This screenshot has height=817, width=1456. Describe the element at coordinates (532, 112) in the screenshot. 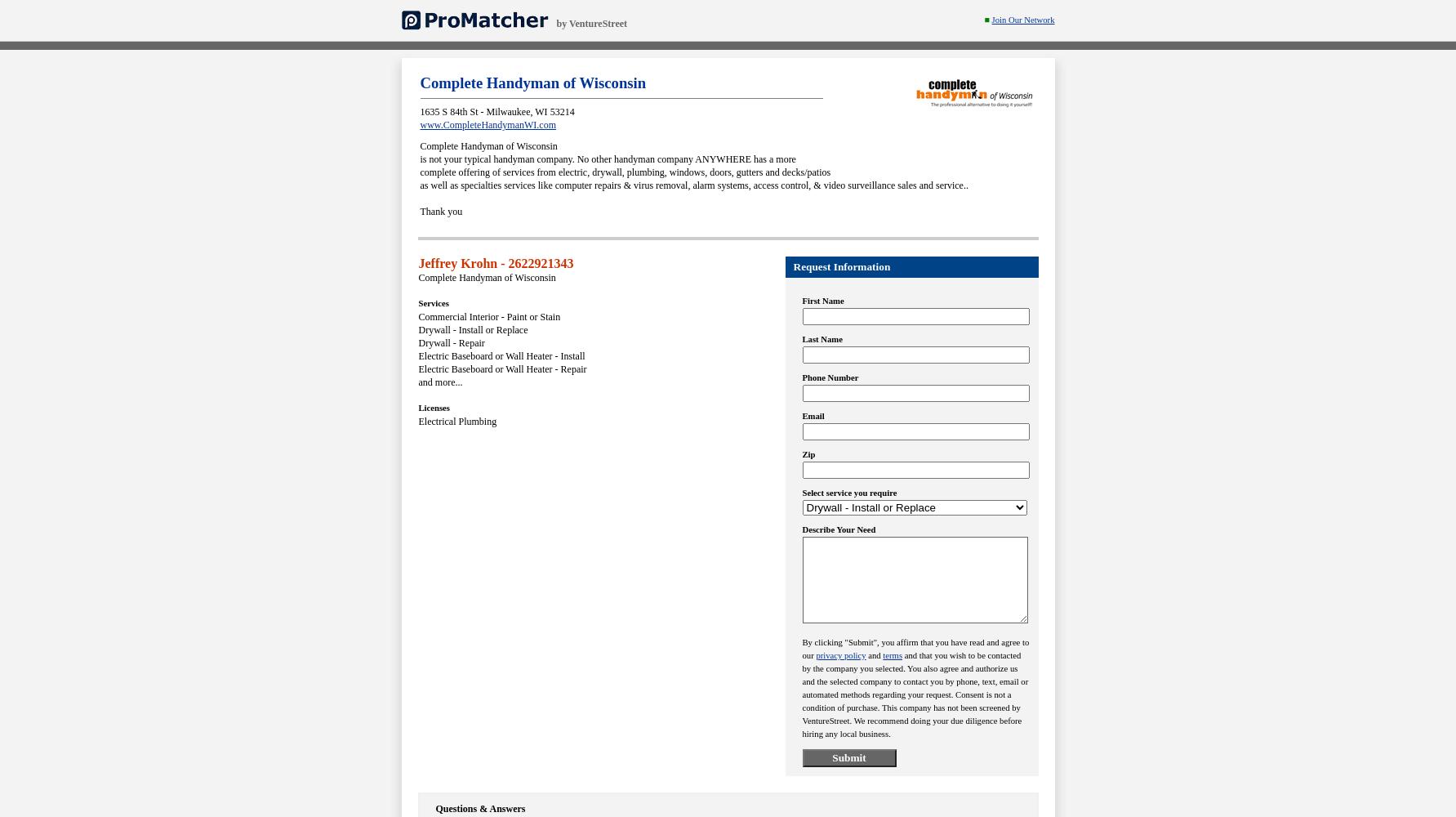

I see `','` at that location.